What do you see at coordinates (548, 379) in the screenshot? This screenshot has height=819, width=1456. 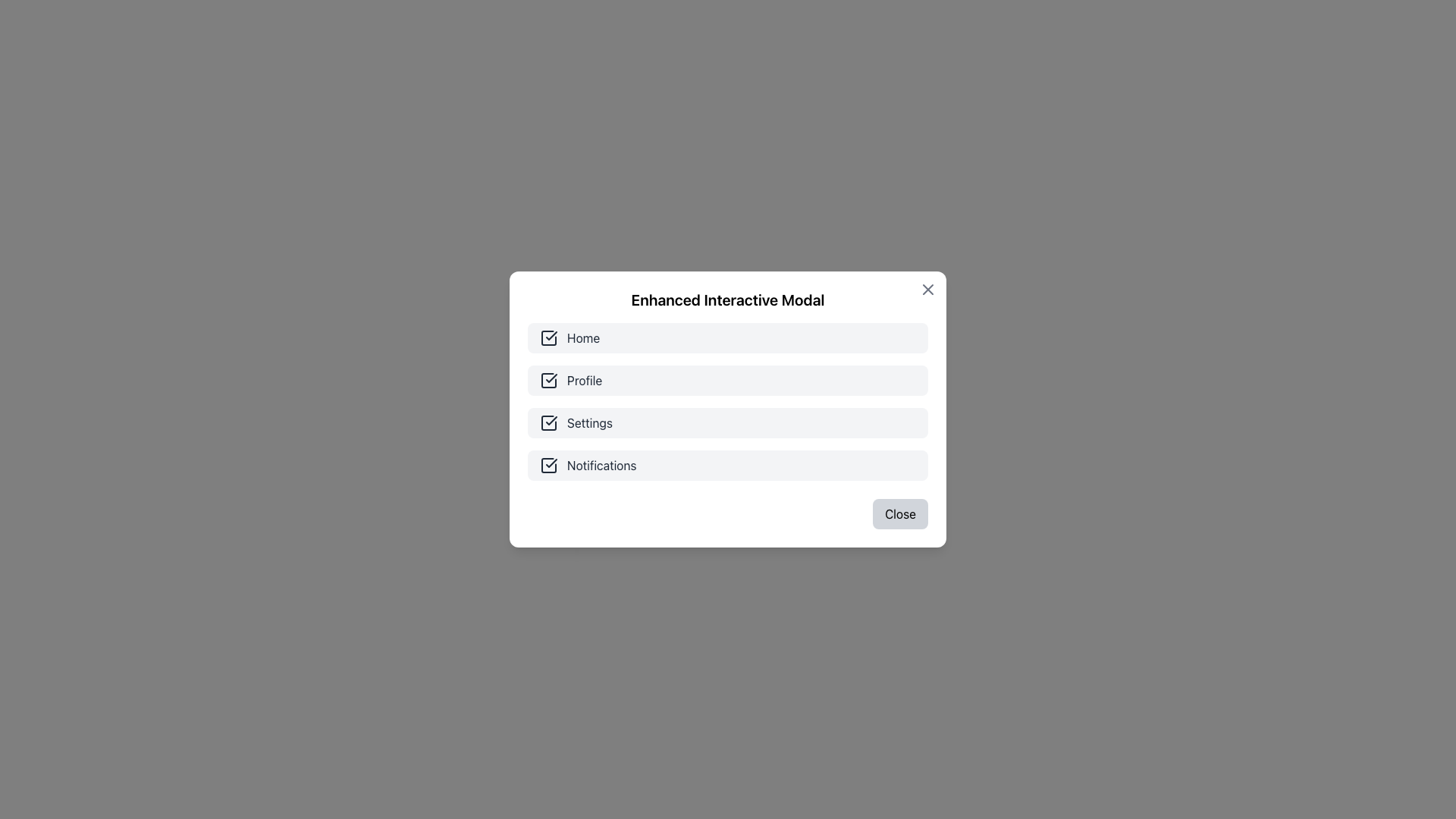 I see `the checkbox icon located to the left of the 'Profile' button` at bounding box center [548, 379].